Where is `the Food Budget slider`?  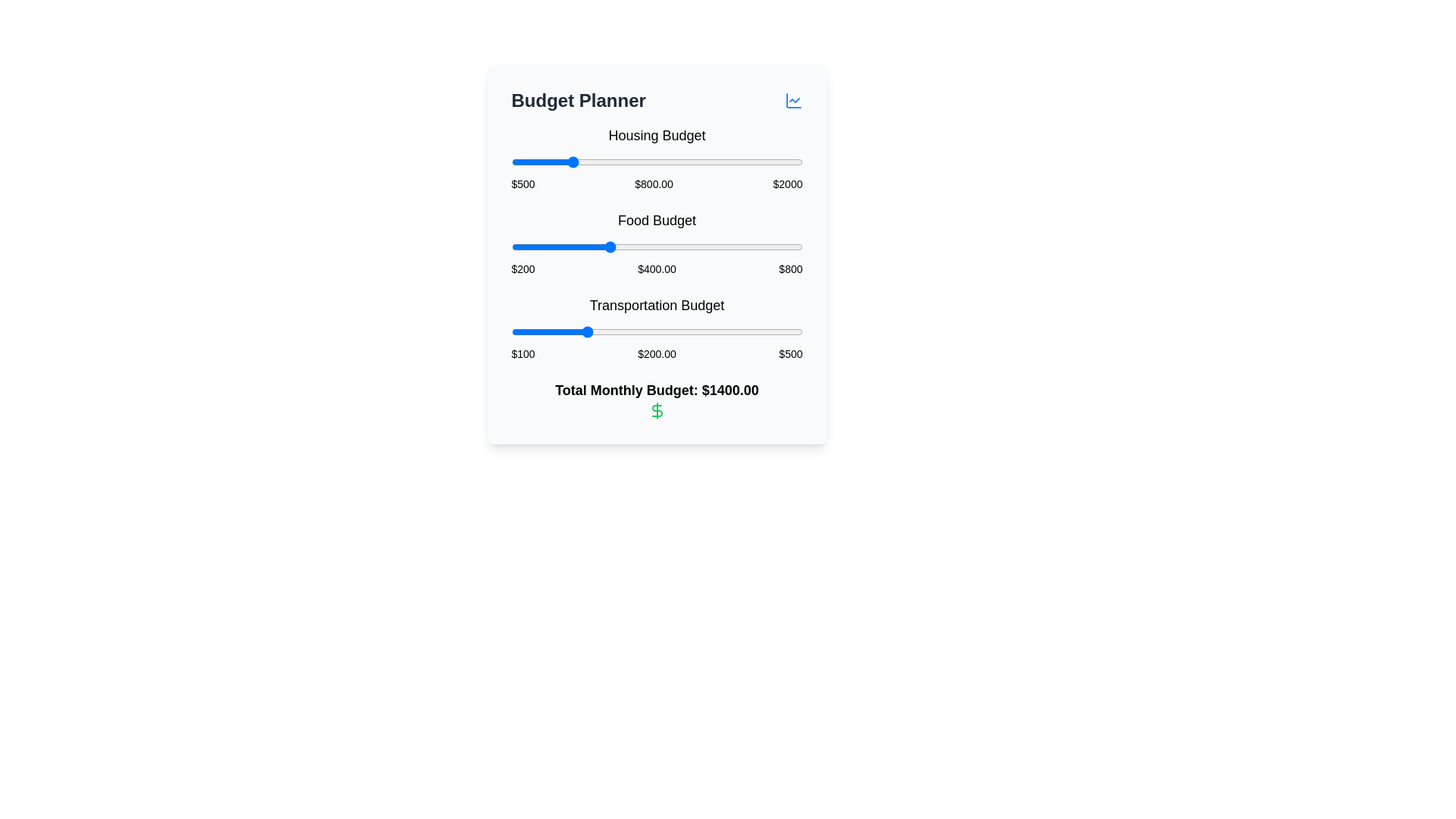 the Food Budget slider is located at coordinates (538, 246).